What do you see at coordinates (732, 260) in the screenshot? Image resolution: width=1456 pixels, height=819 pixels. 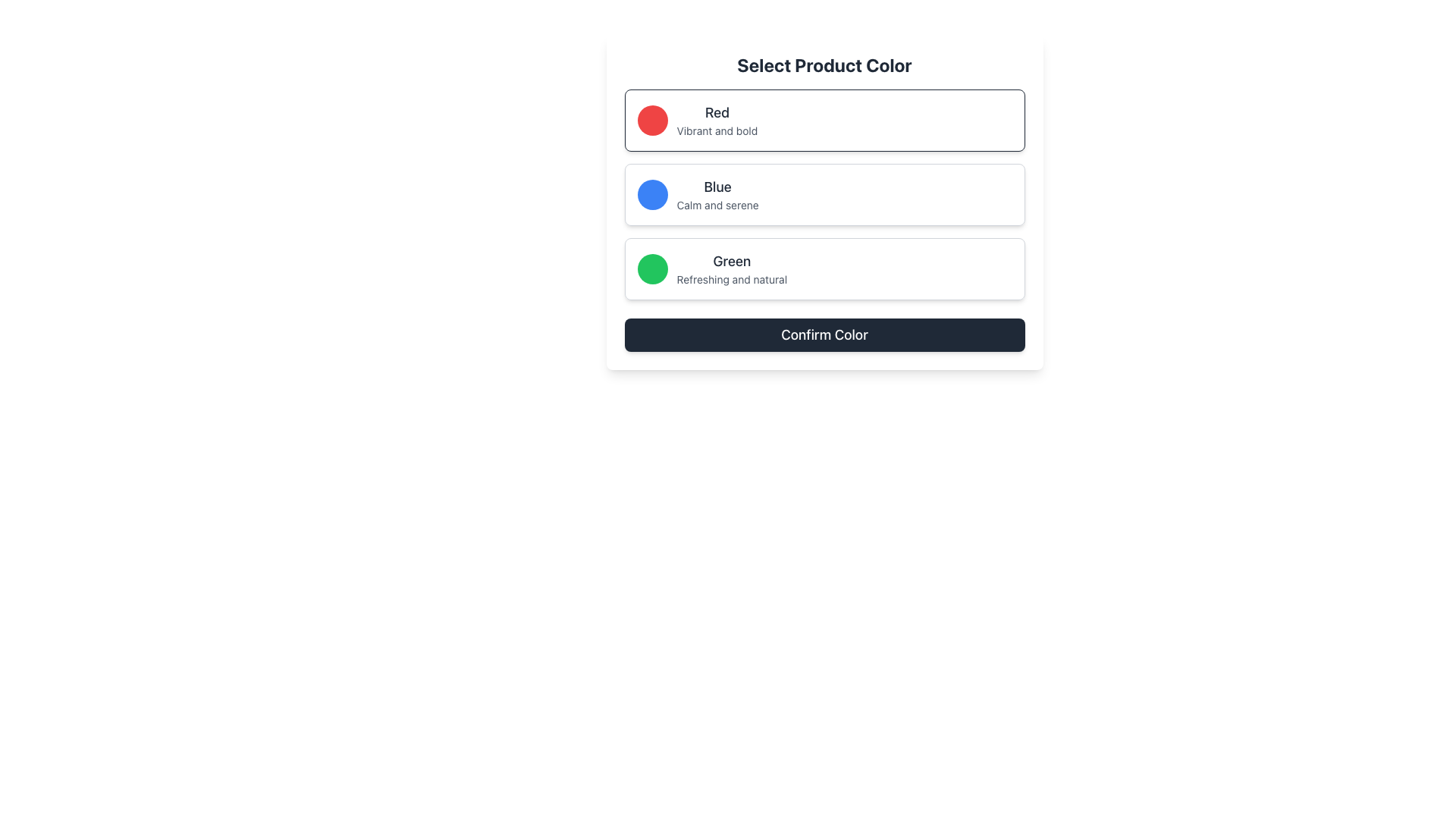 I see `the Text Label indicating the 'Green' color selection option, which is centrally positioned within the green selection box, following the 'Red' and 'Blue' options` at bounding box center [732, 260].